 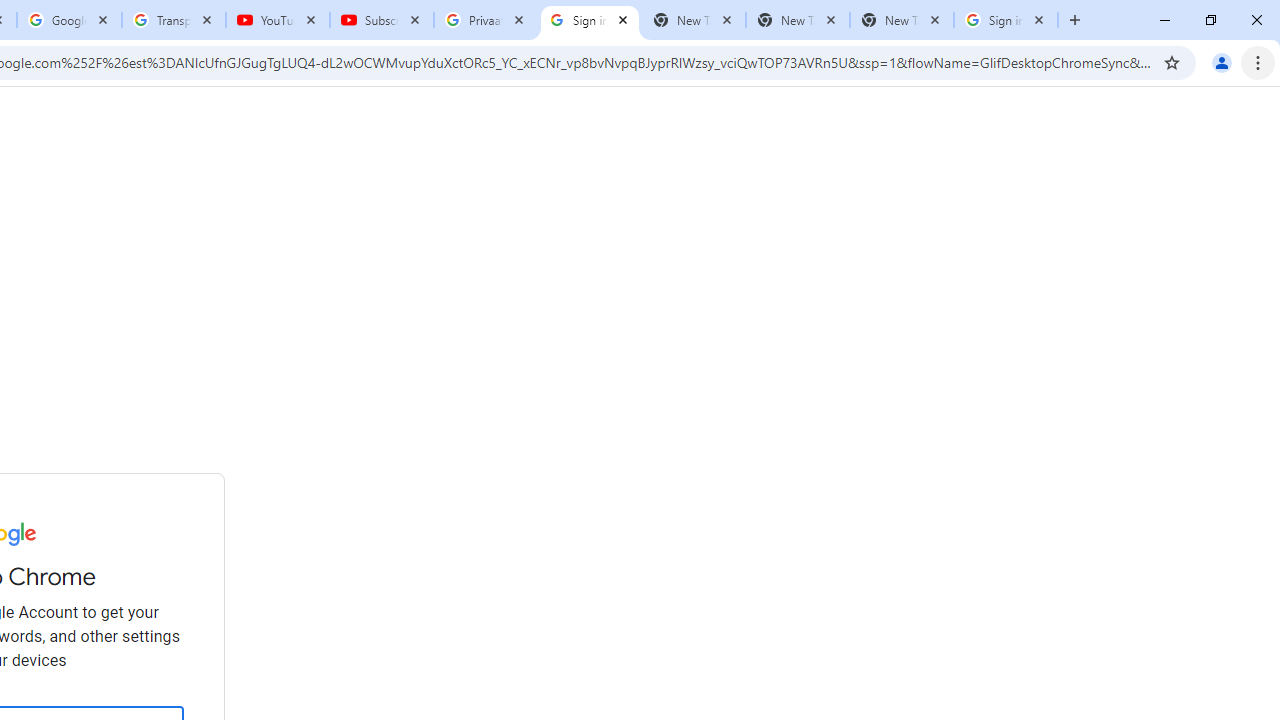 What do you see at coordinates (382, 20) in the screenshot?
I see `'Subscriptions - YouTube'` at bounding box center [382, 20].